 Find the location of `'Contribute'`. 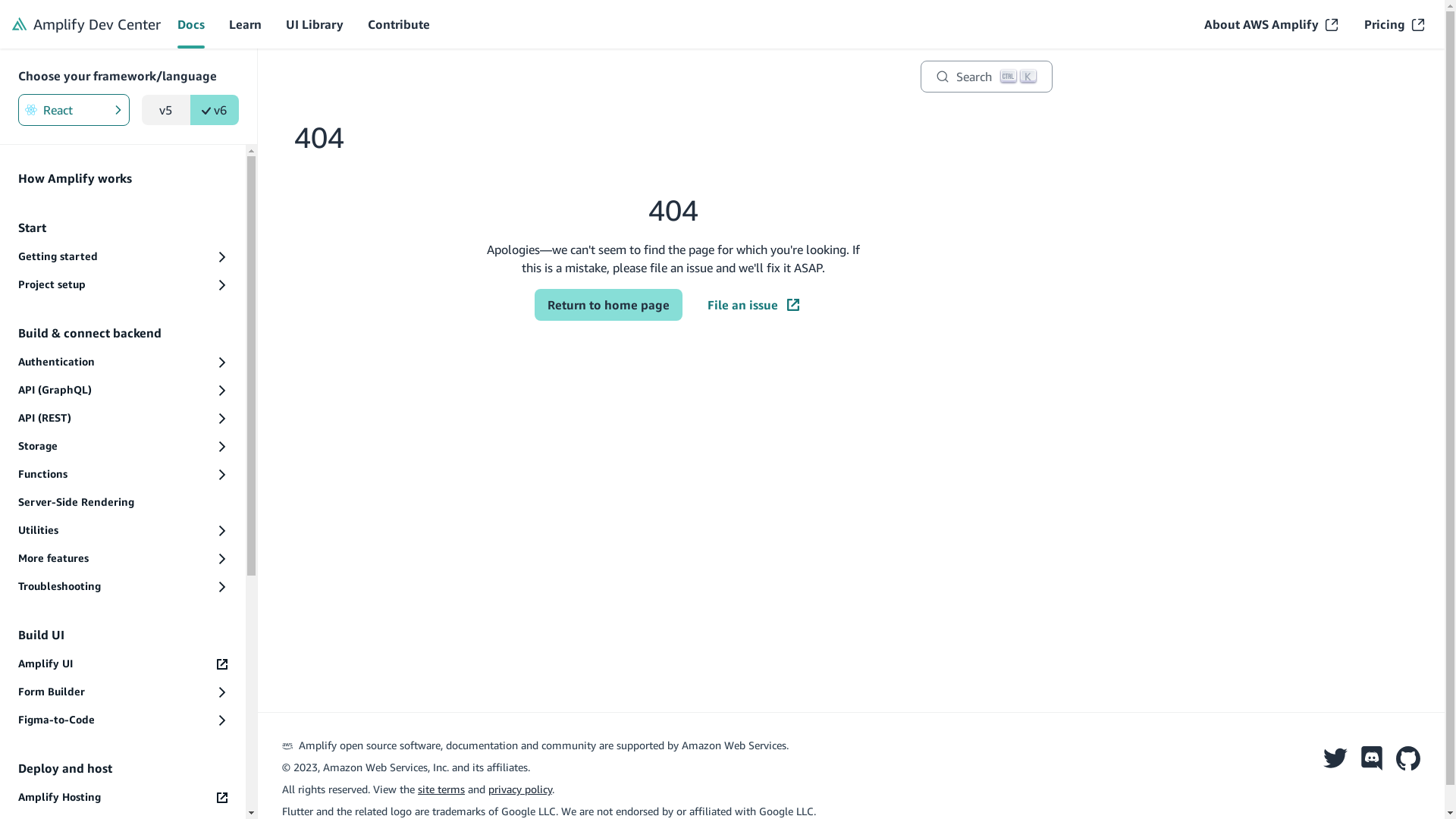

'Contribute' is located at coordinates (359, 24).